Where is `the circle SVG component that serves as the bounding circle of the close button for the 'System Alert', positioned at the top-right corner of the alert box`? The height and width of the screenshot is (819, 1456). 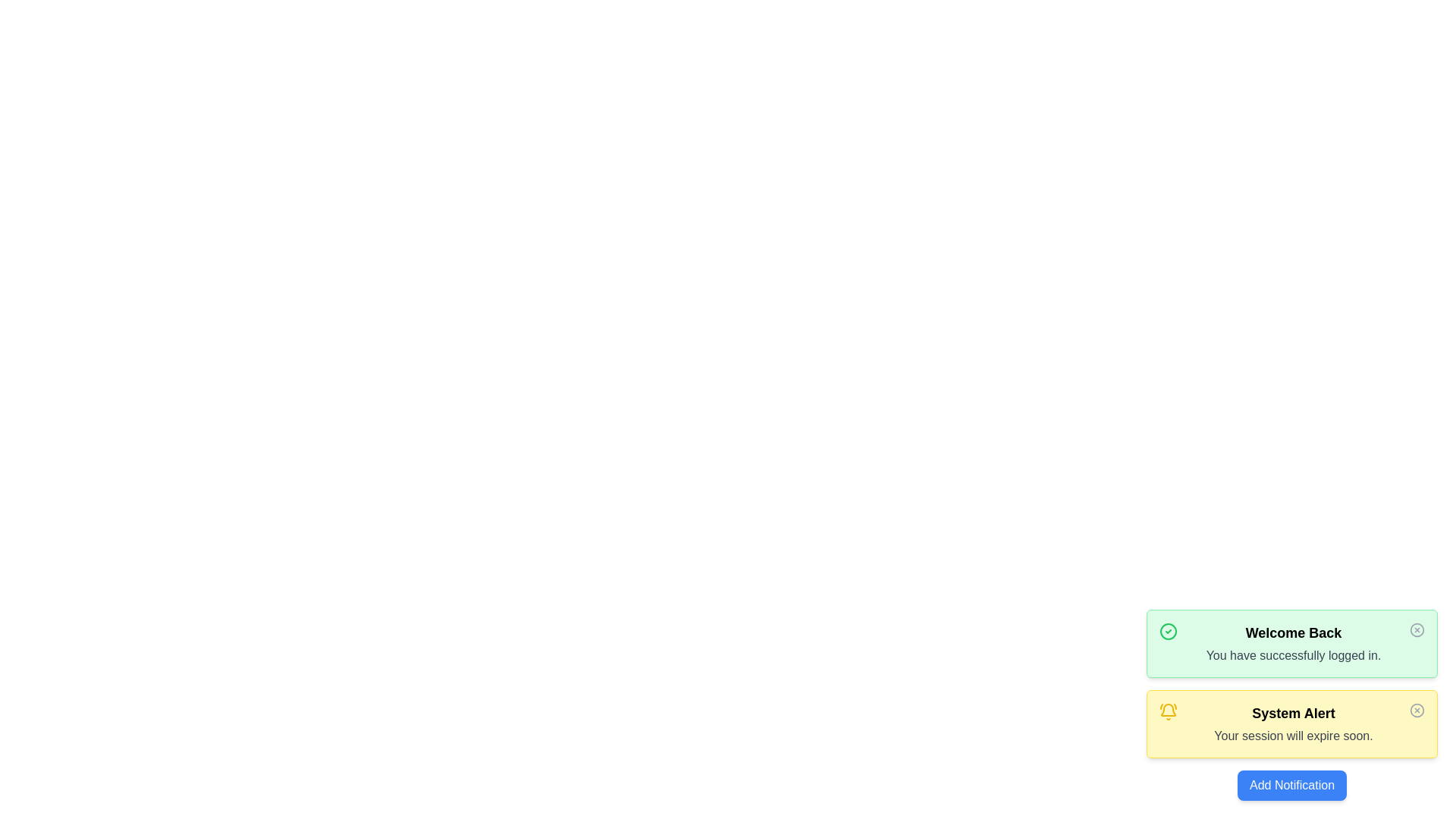
the circle SVG component that serves as the bounding circle of the close button for the 'System Alert', positioned at the top-right corner of the alert box is located at coordinates (1416, 711).